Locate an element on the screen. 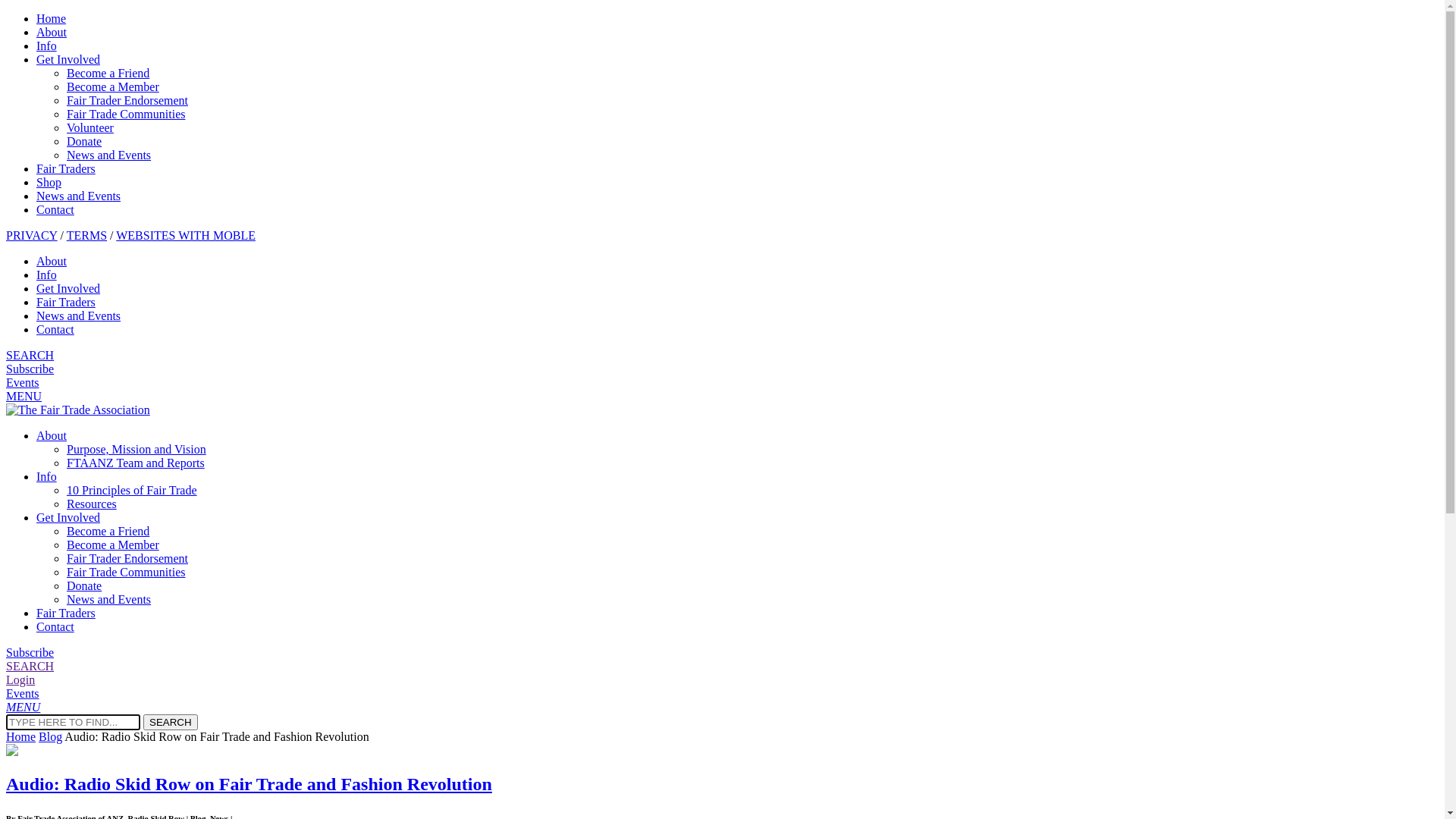  'Donate' is located at coordinates (83, 141).